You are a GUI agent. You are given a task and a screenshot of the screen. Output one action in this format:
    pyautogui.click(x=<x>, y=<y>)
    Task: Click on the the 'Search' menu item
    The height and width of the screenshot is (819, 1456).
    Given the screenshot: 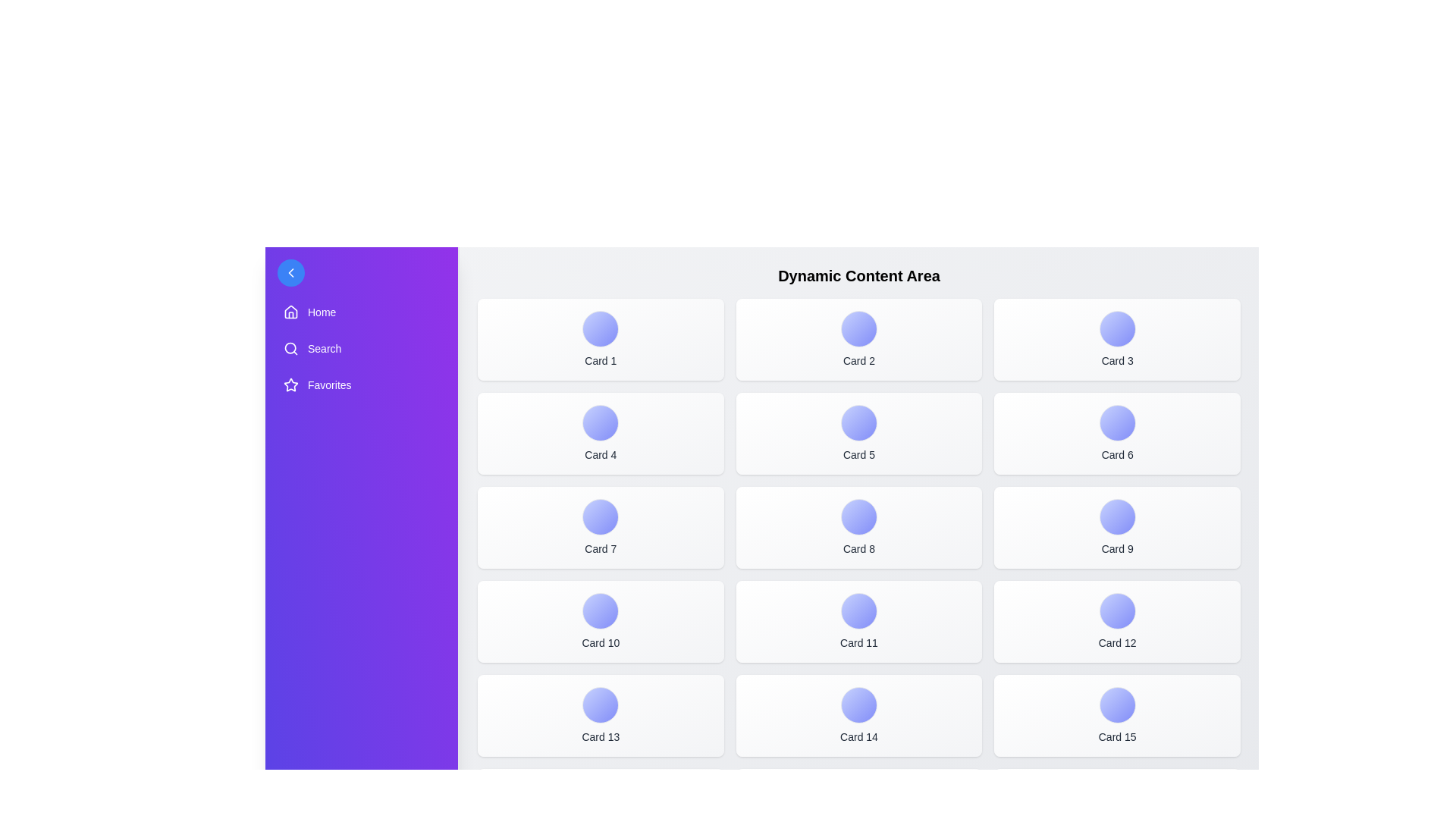 What is the action you would take?
    pyautogui.click(x=360, y=348)
    